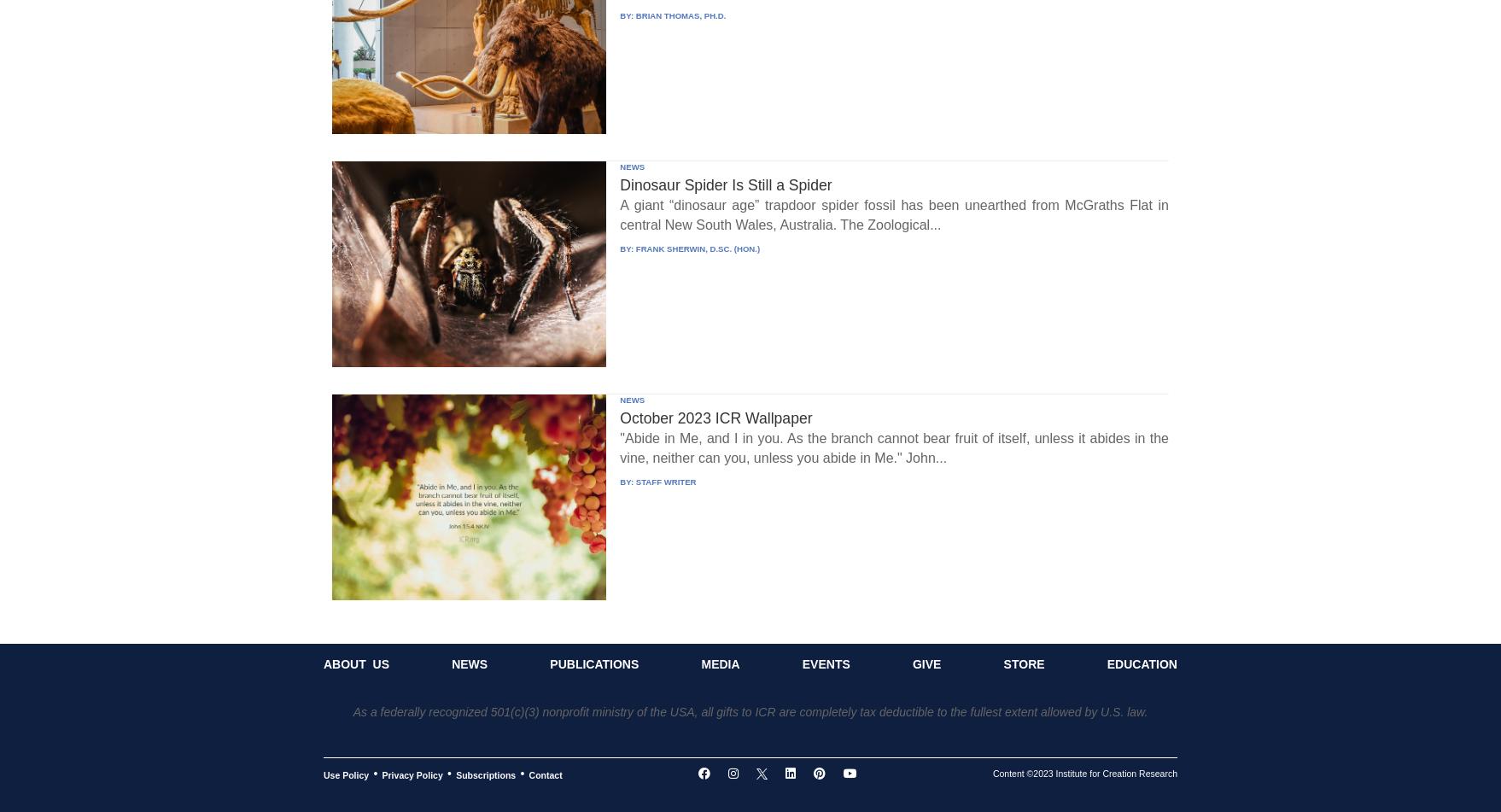 The height and width of the screenshot is (812, 1501). Describe the element at coordinates (926, 663) in the screenshot. I see `'Give'` at that location.